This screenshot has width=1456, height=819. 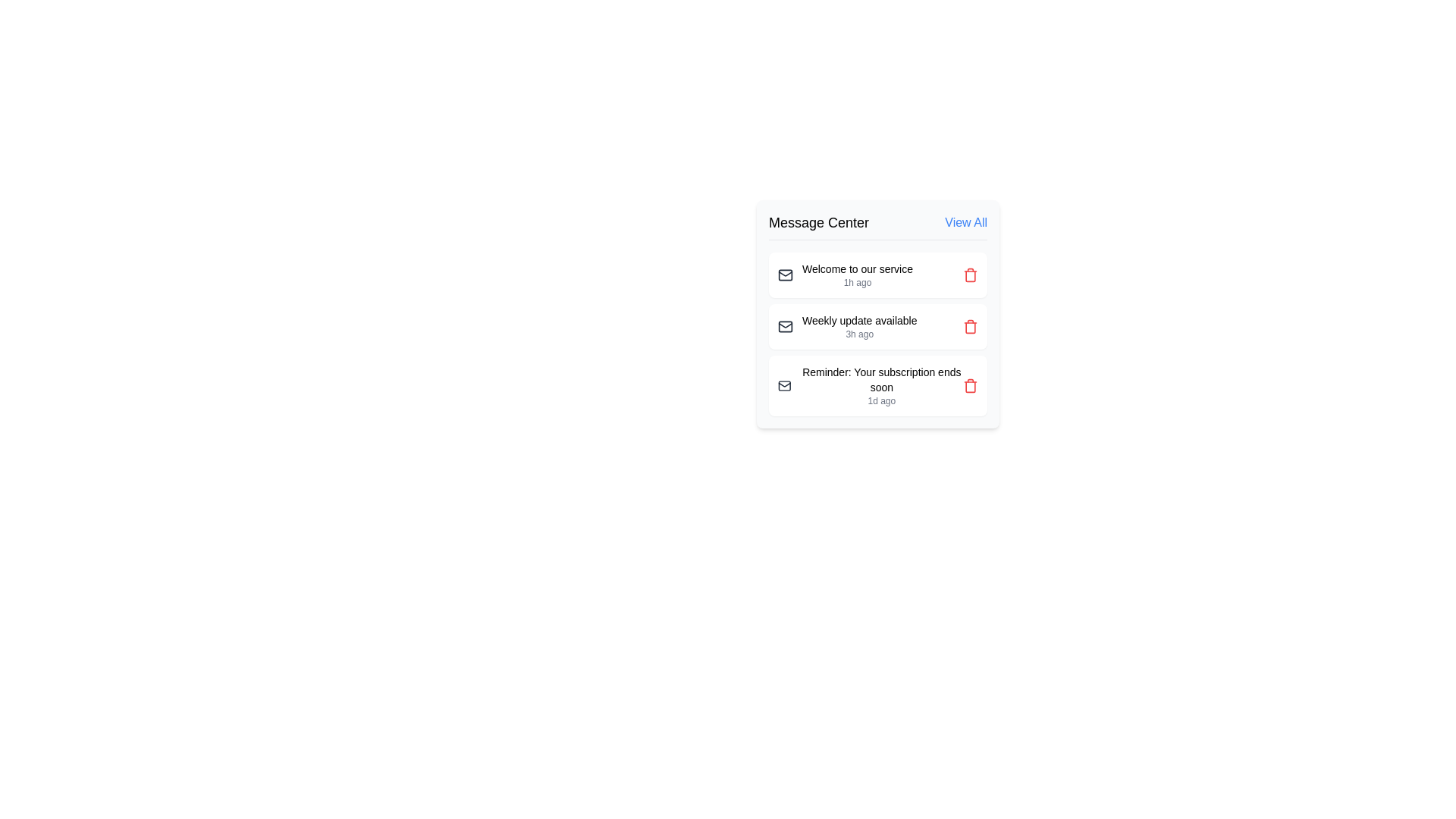 I want to click on the mail or message notification icon located to the left of the 'Weekly update available' notification entry in the vertical list of messages, so click(x=786, y=326).